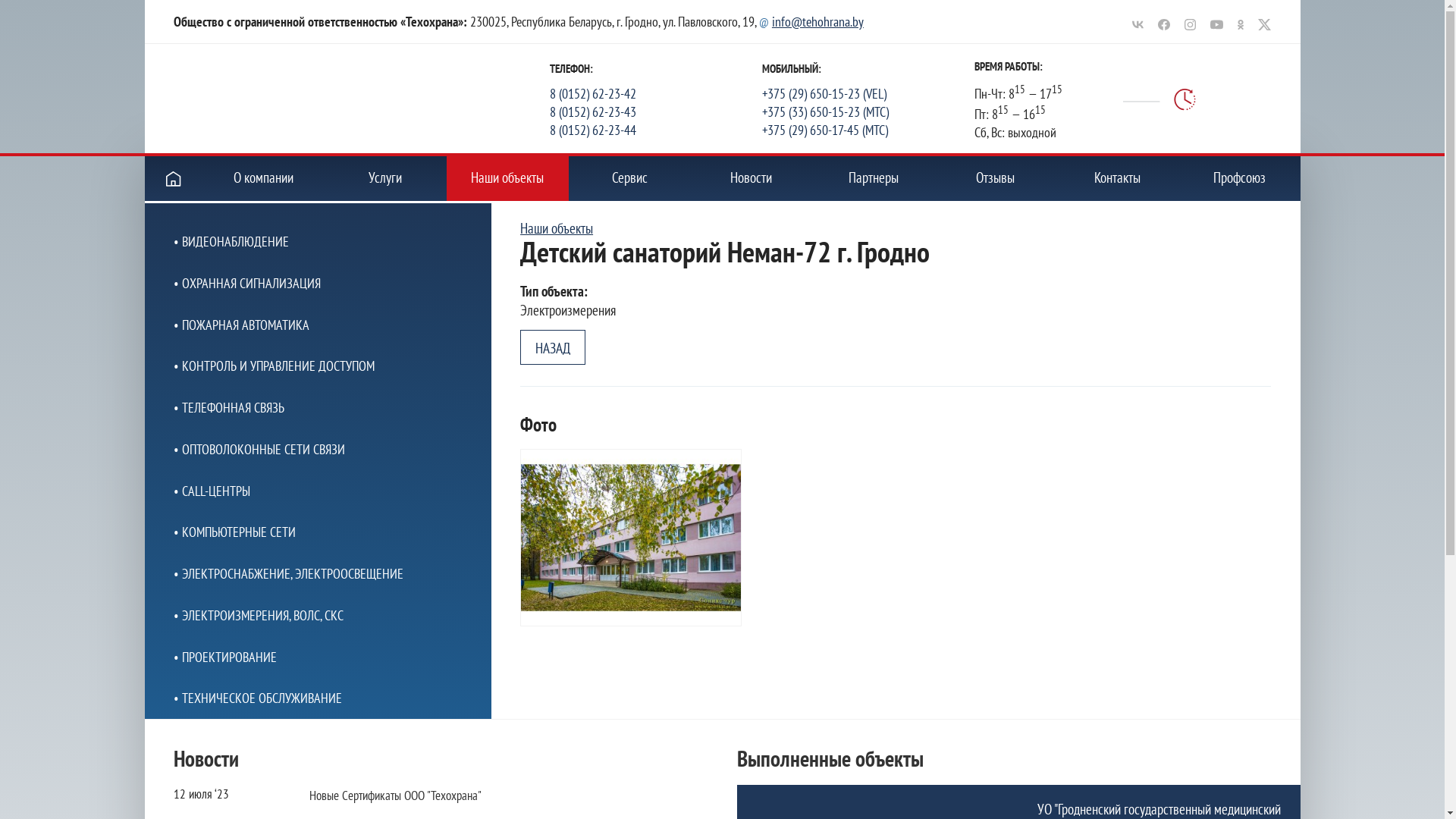 Image resolution: width=1456 pixels, height=819 pixels. I want to click on '8 (0152) 62-23-42', so click(655, 93).